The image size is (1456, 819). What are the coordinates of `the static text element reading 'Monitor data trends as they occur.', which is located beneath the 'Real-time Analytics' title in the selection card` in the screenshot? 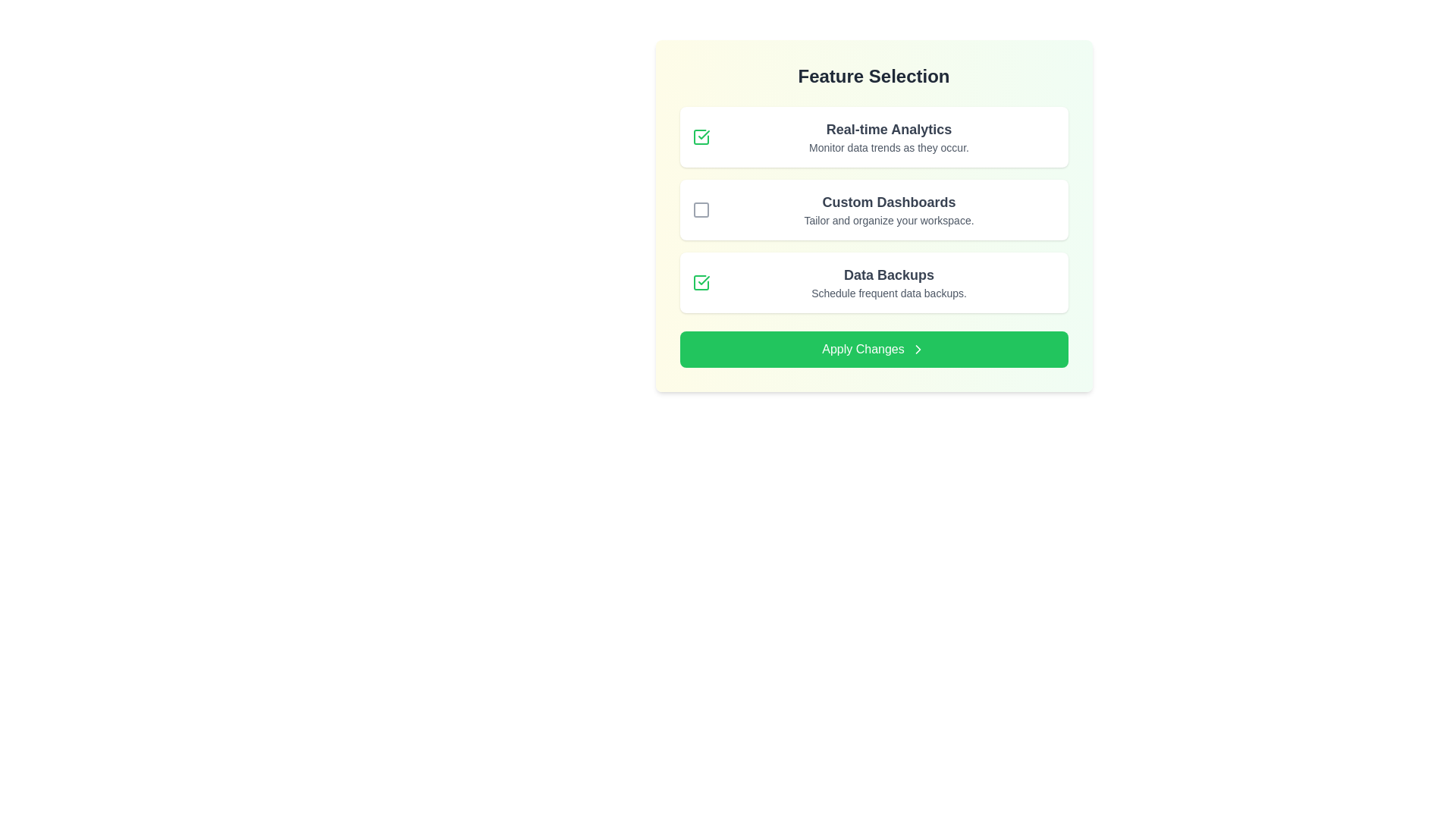 It's located at (889, 148).